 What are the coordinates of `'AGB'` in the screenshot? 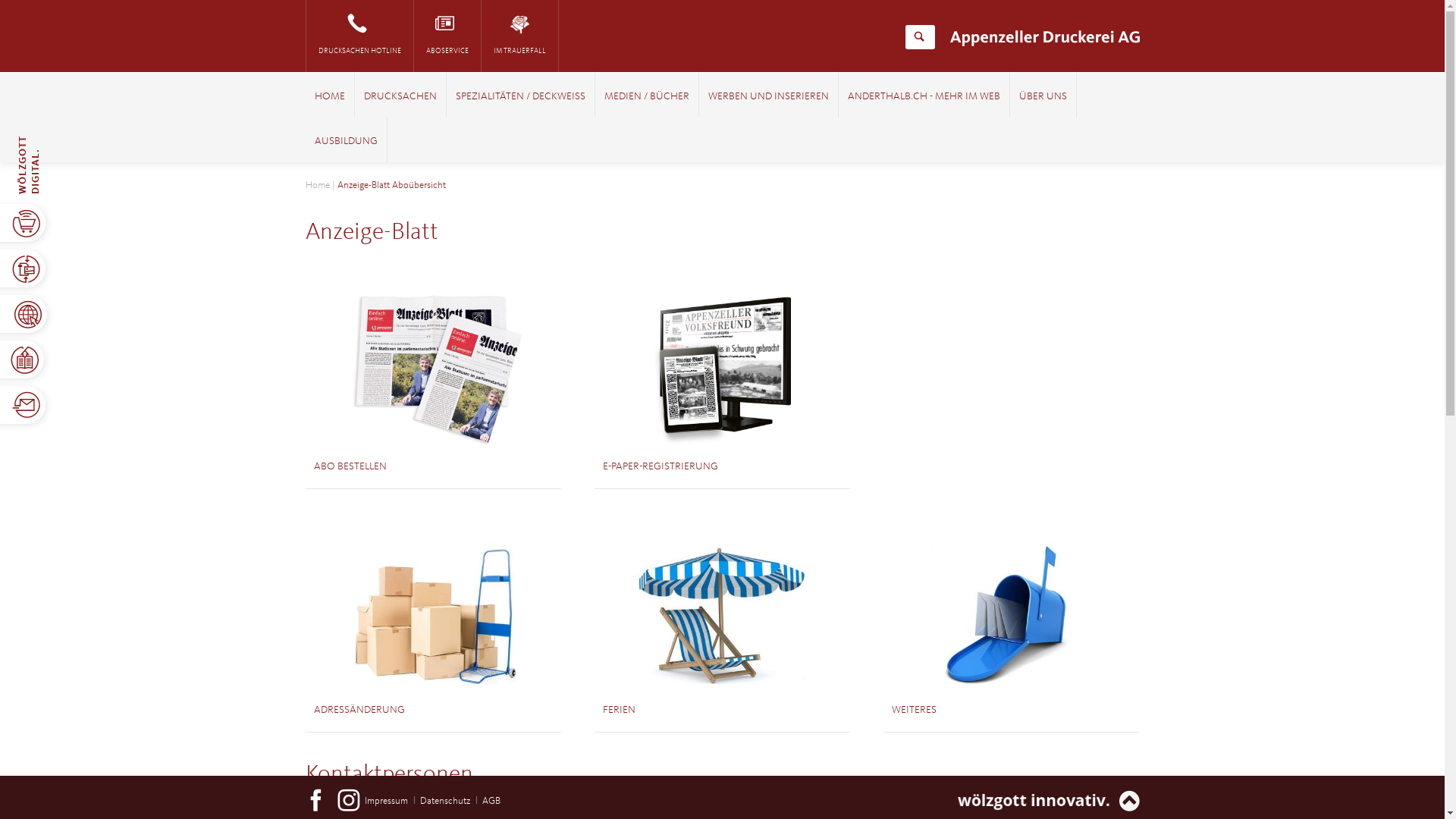 It's located at (491, 800).